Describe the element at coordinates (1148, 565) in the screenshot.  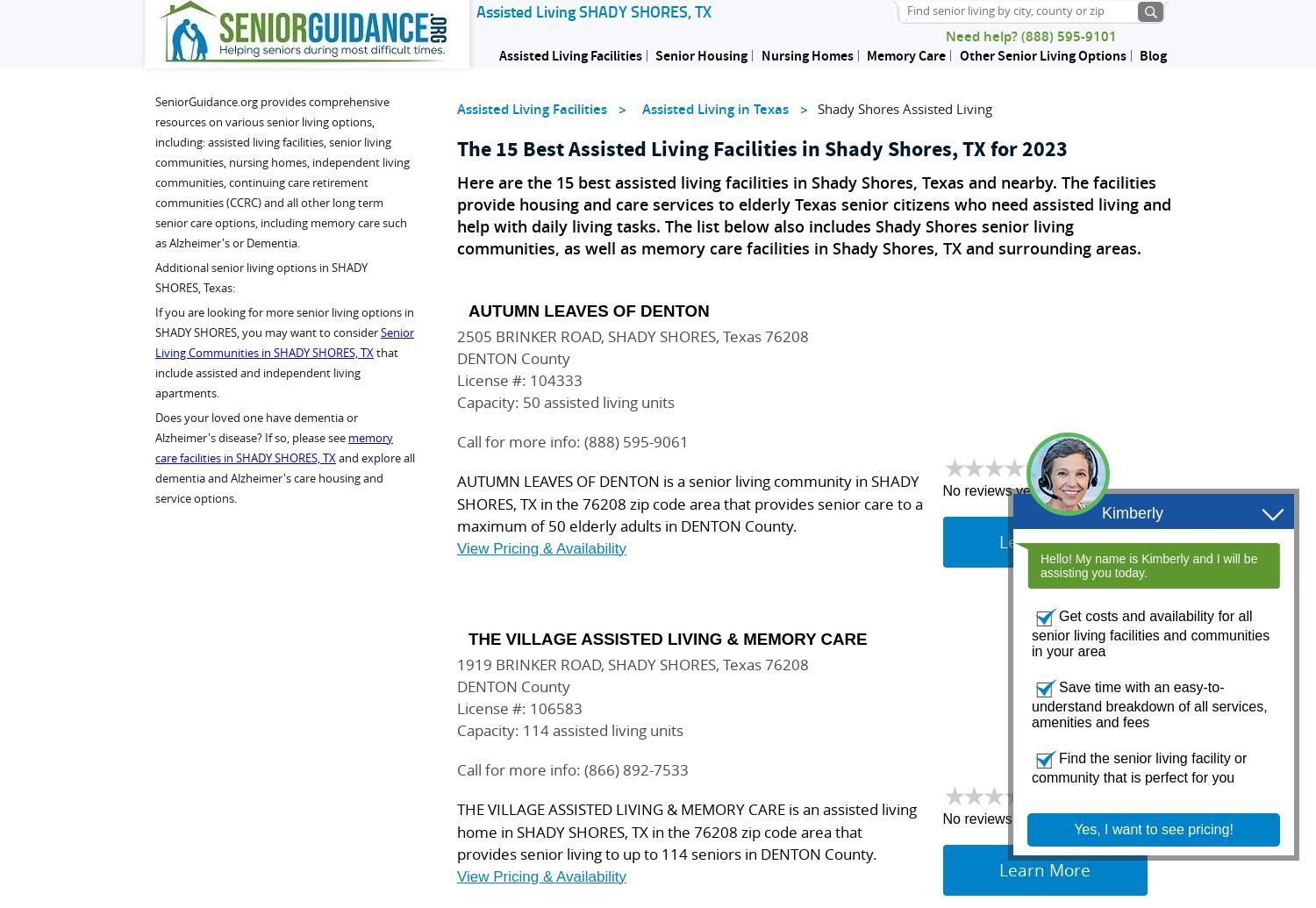
I see `'Hello! My name is Kimberly and I will be assisting you today.'` at that location.